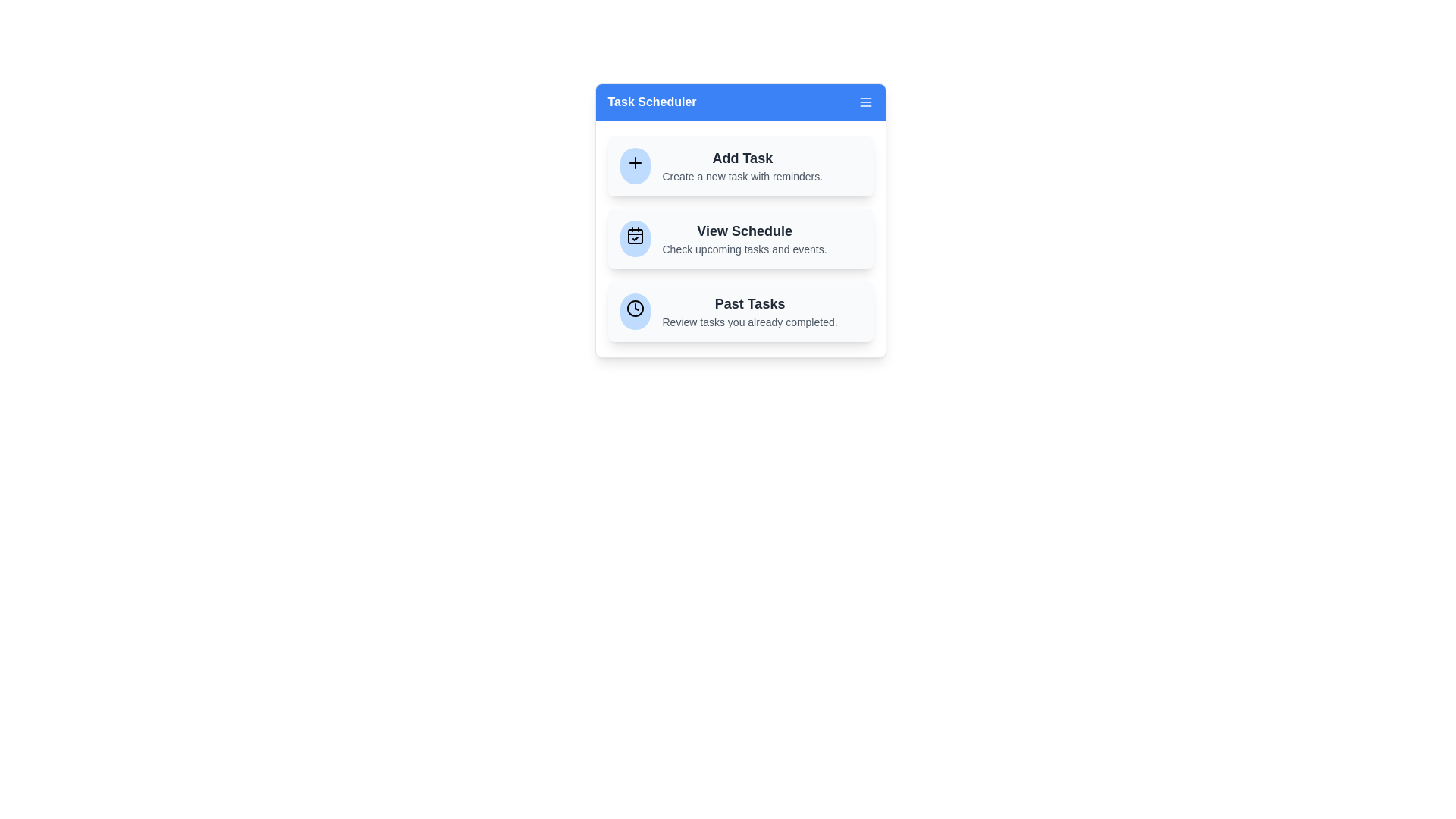 Image resolution: width=1456 pixels, height=819 pixels. What do you see at coordinates (740, 311) in the screenshot?
I see `the Past Tasks to highlight it` at bounding box center [740, 311].